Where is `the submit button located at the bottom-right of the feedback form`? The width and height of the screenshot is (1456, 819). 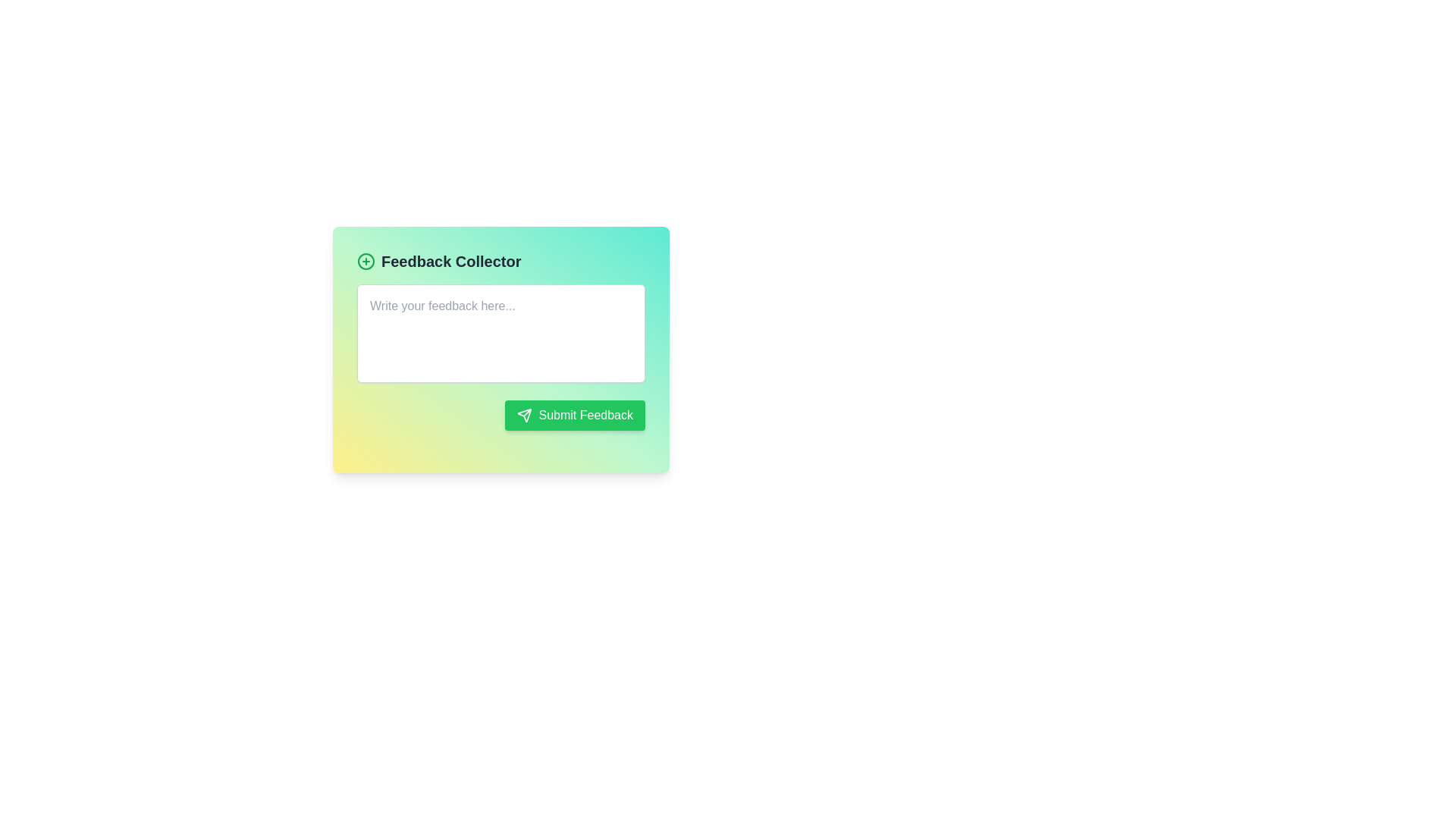
the submit button located at the bottom-right of the feedback form is located at coordinates (501, 415).